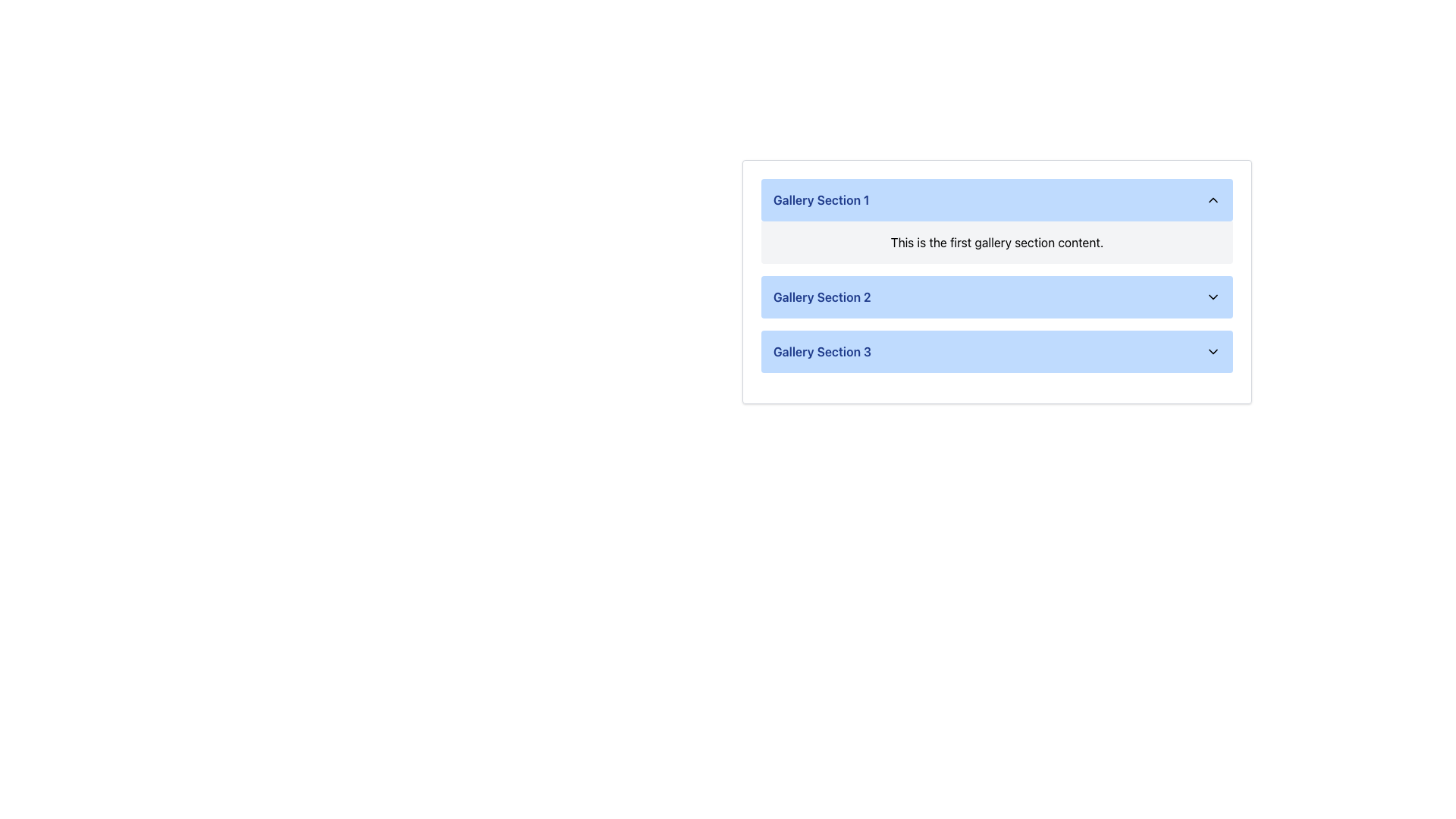 This screenshot has height=819, width=1456. What do you see at coordinates (821, 297) in the screenshot?
I see `the Text Label indicating the second section of the gallery, which is aligned to the left and next to a downward-facing chevron icon` at bounding box center [821, 297].